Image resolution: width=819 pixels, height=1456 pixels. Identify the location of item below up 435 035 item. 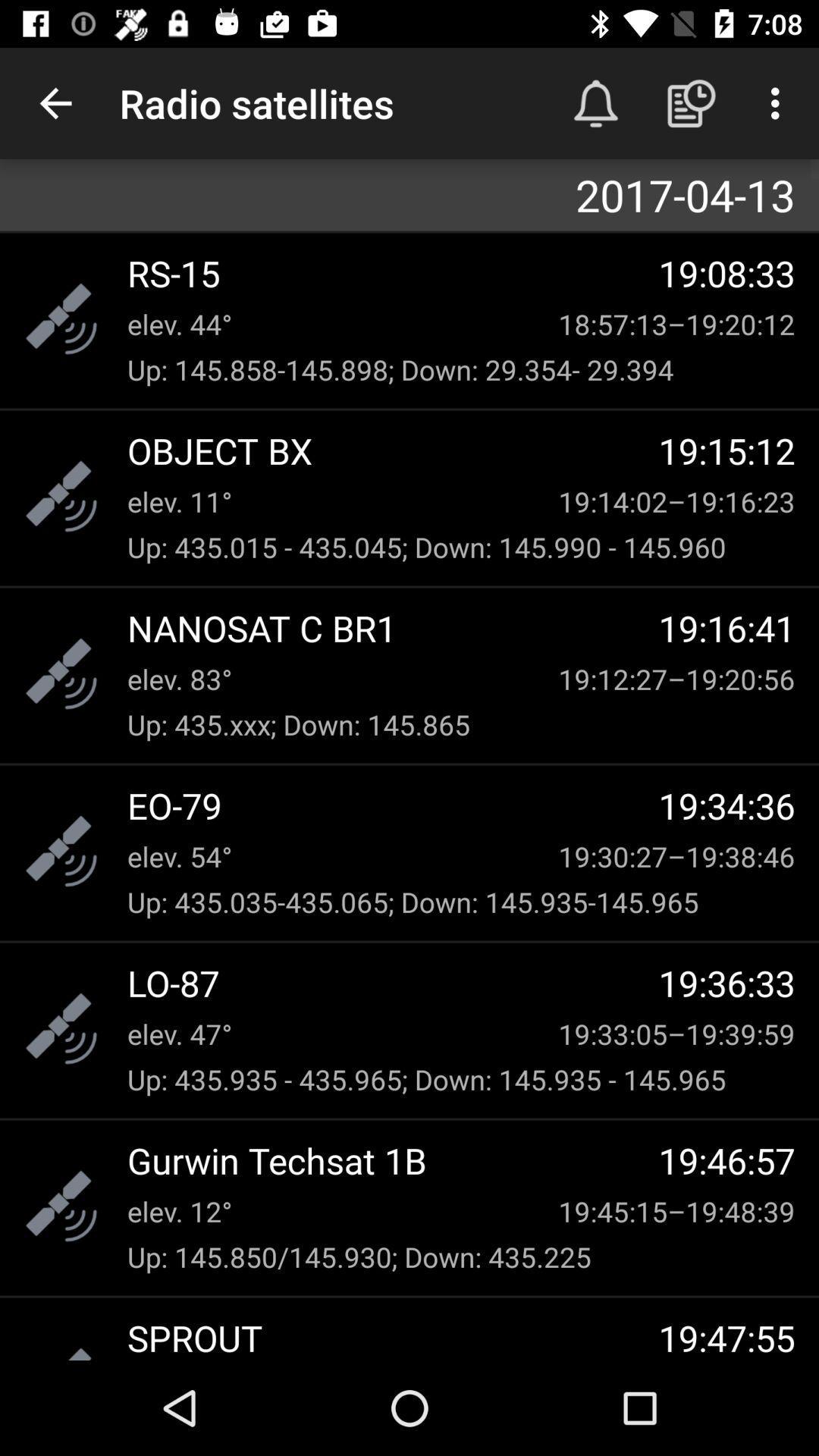
(392, 983).